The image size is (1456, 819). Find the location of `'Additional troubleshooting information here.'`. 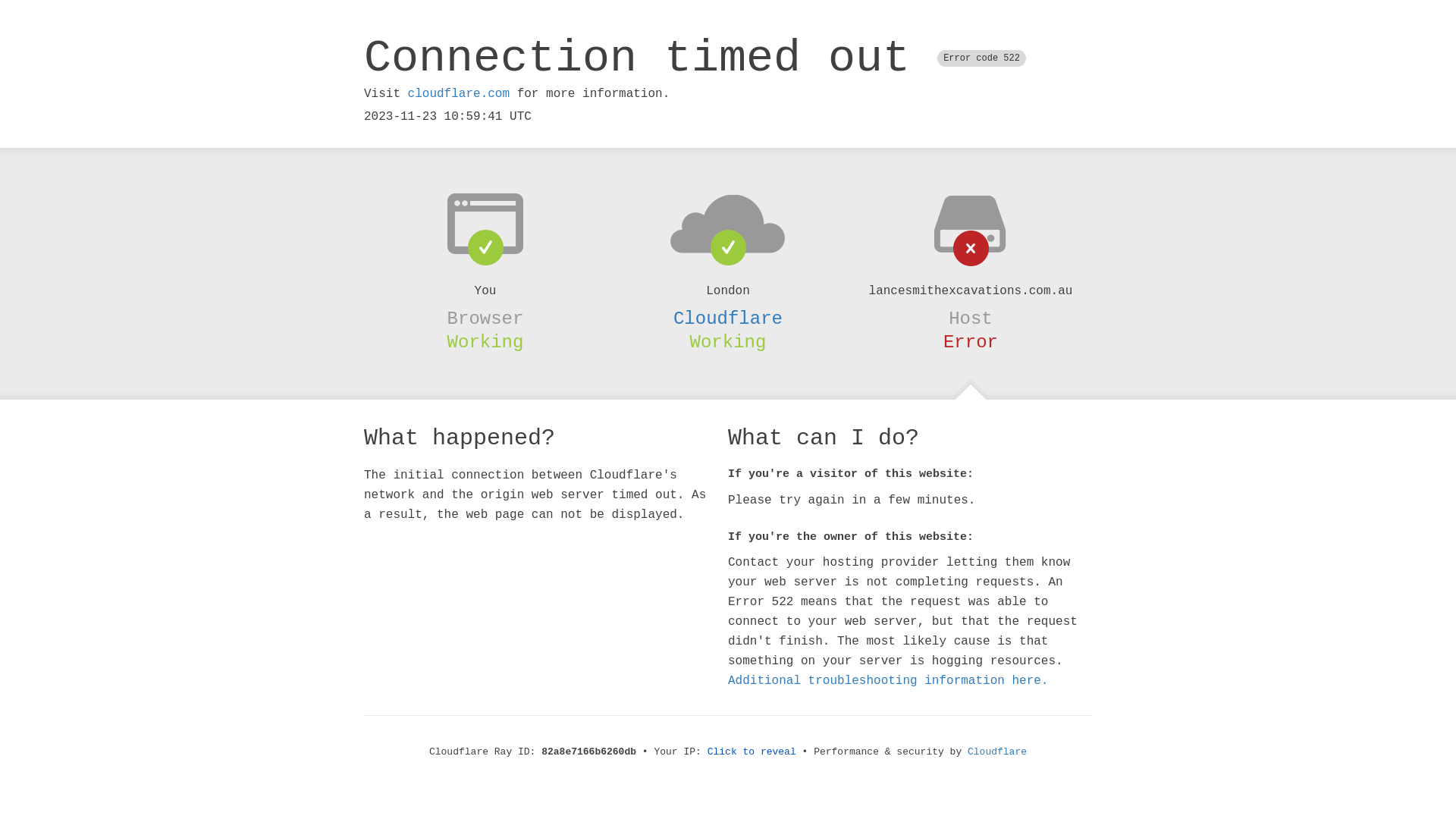

'Additional troubleshooting information here.' is located at coordinates (888, 680).